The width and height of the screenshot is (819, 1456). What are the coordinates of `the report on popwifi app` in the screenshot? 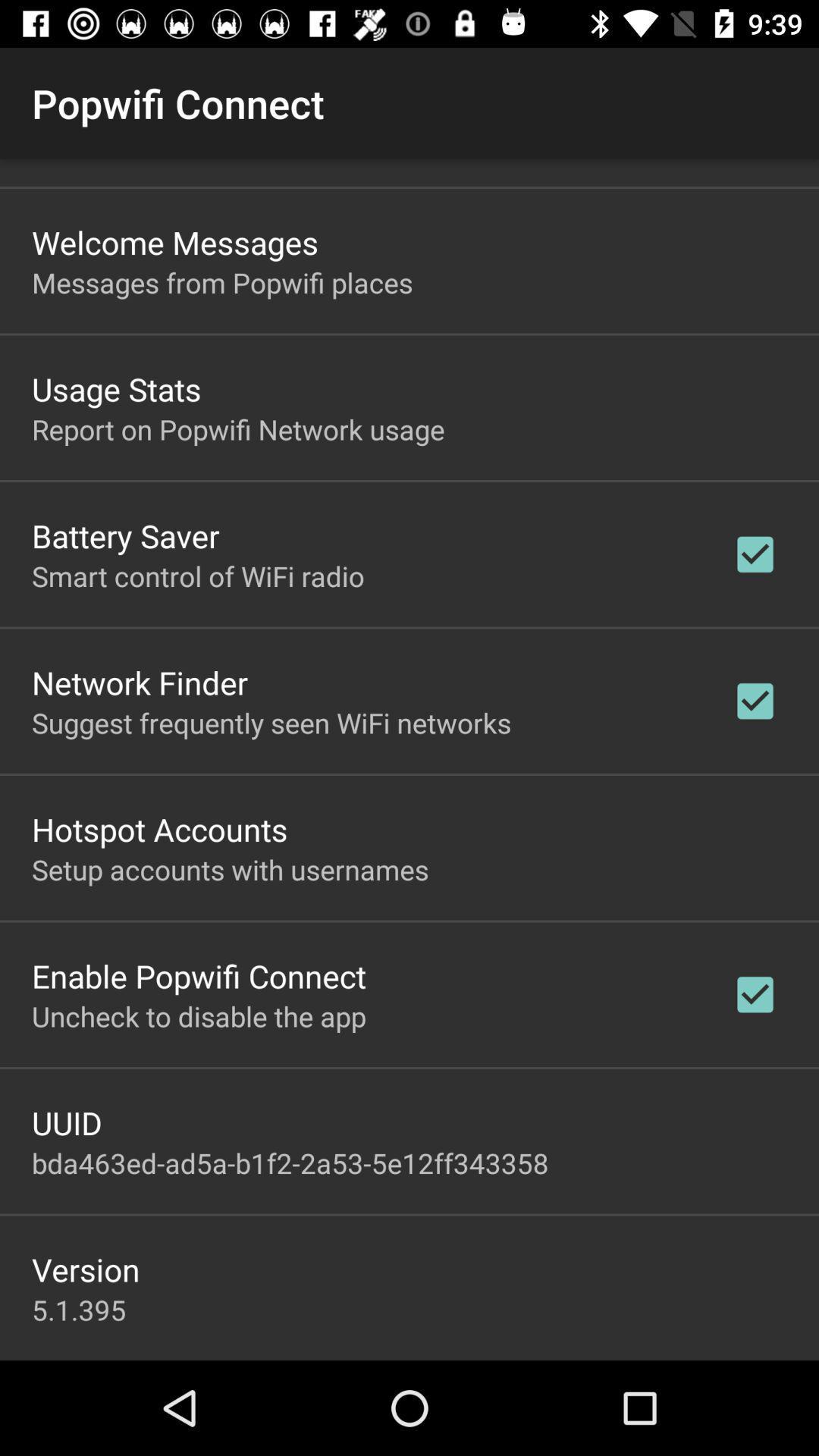 It's located at (238, 428).